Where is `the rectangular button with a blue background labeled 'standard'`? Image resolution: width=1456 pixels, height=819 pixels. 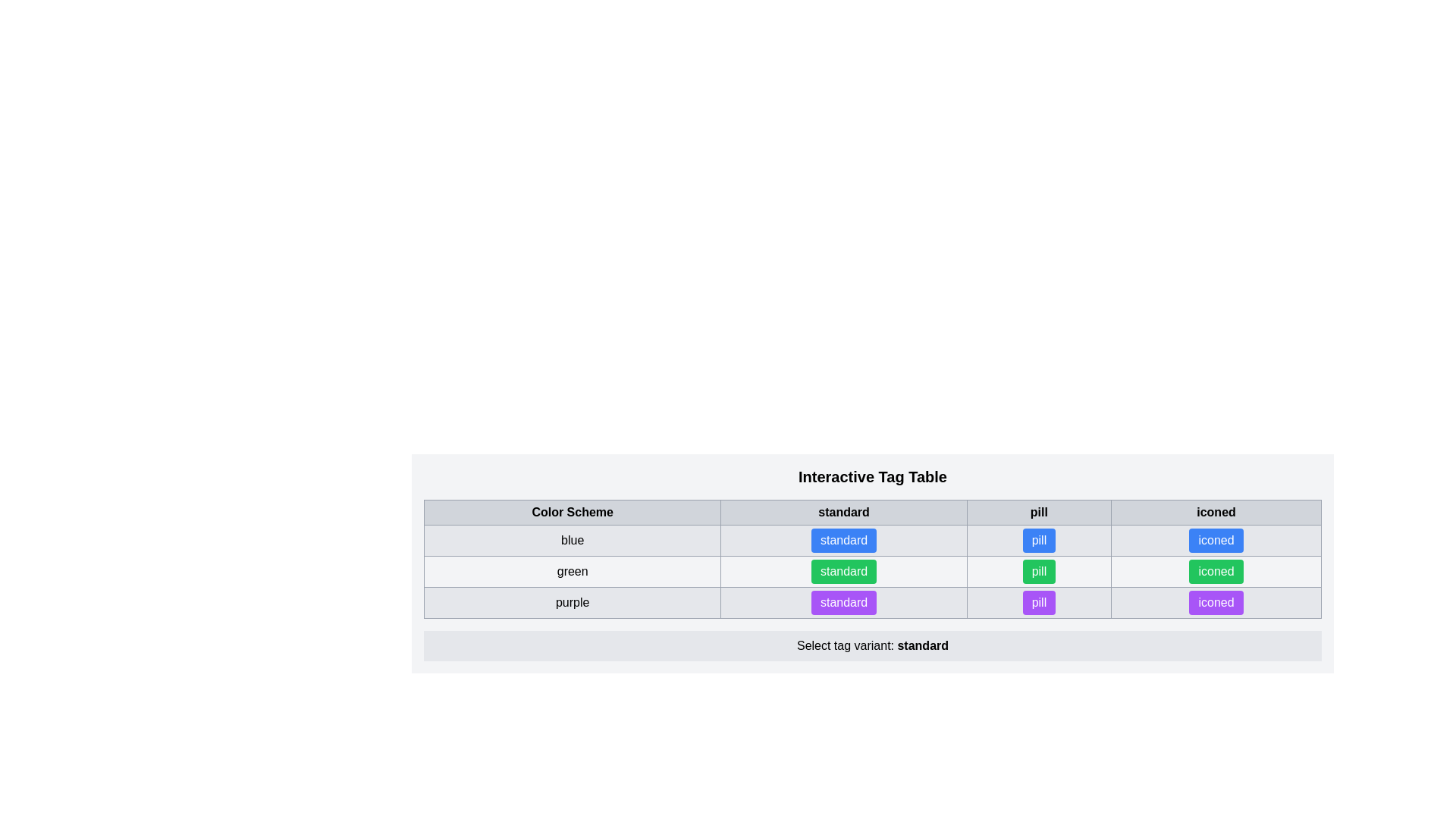
the rectangular button with a blue background labeled 'standard' is located at coordinates (843, 540).